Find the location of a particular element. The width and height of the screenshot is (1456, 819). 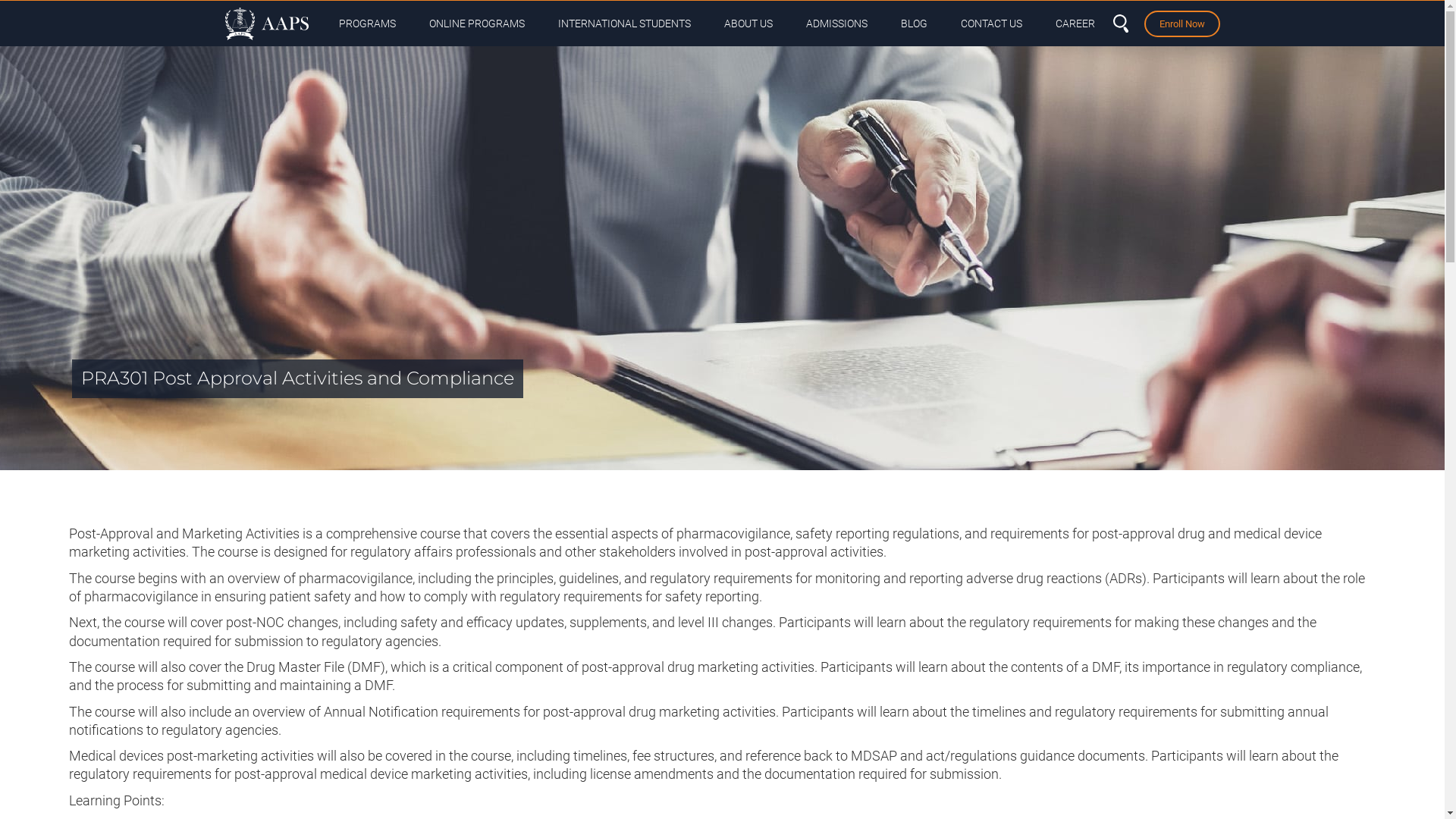

'Enroll Now' is located at coordinates (1181, 24).